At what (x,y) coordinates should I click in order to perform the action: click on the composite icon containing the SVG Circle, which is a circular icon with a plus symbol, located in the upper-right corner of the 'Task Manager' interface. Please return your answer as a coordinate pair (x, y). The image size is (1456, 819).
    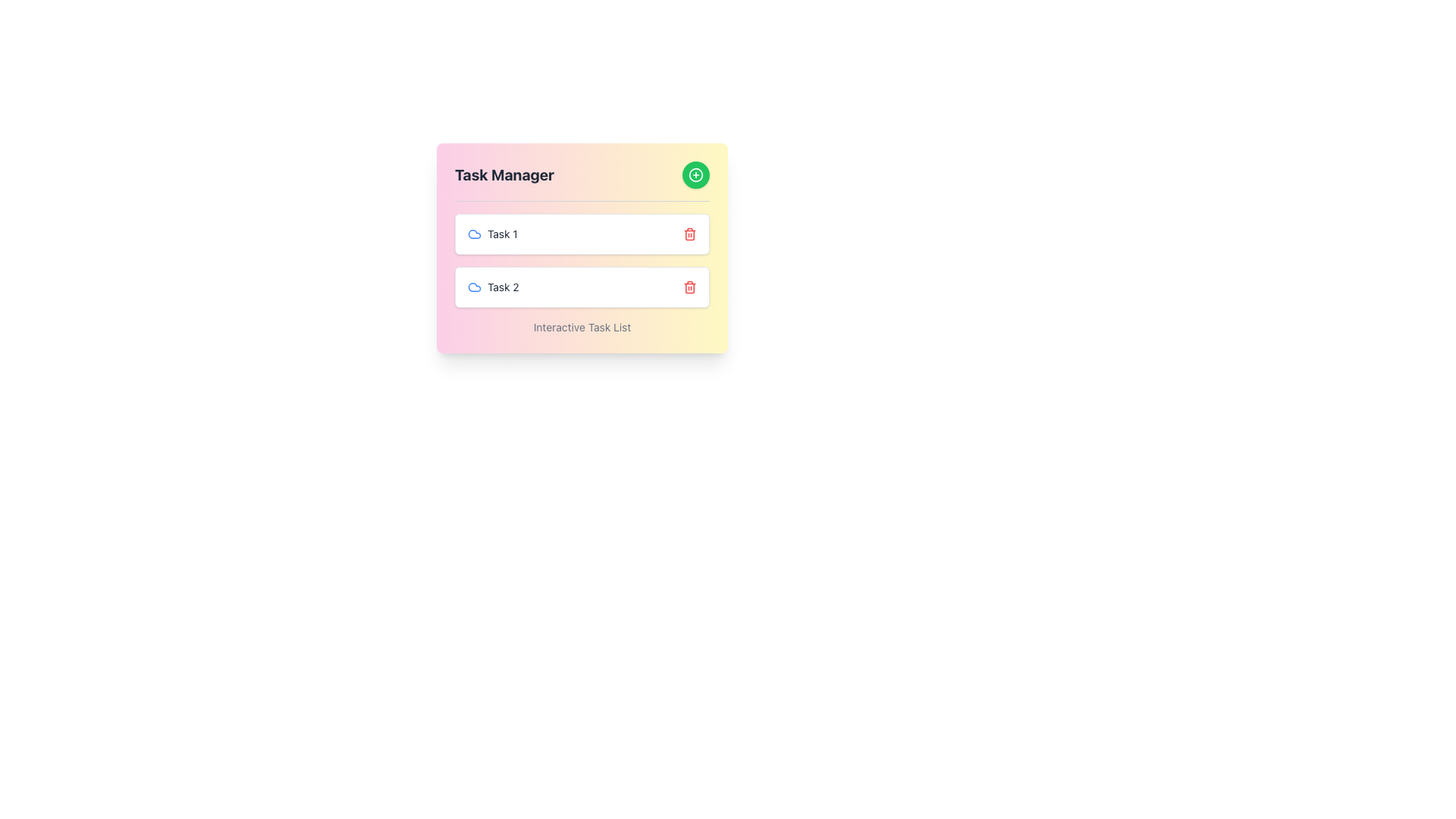
    Looking at the image, I should click on (695, 174).